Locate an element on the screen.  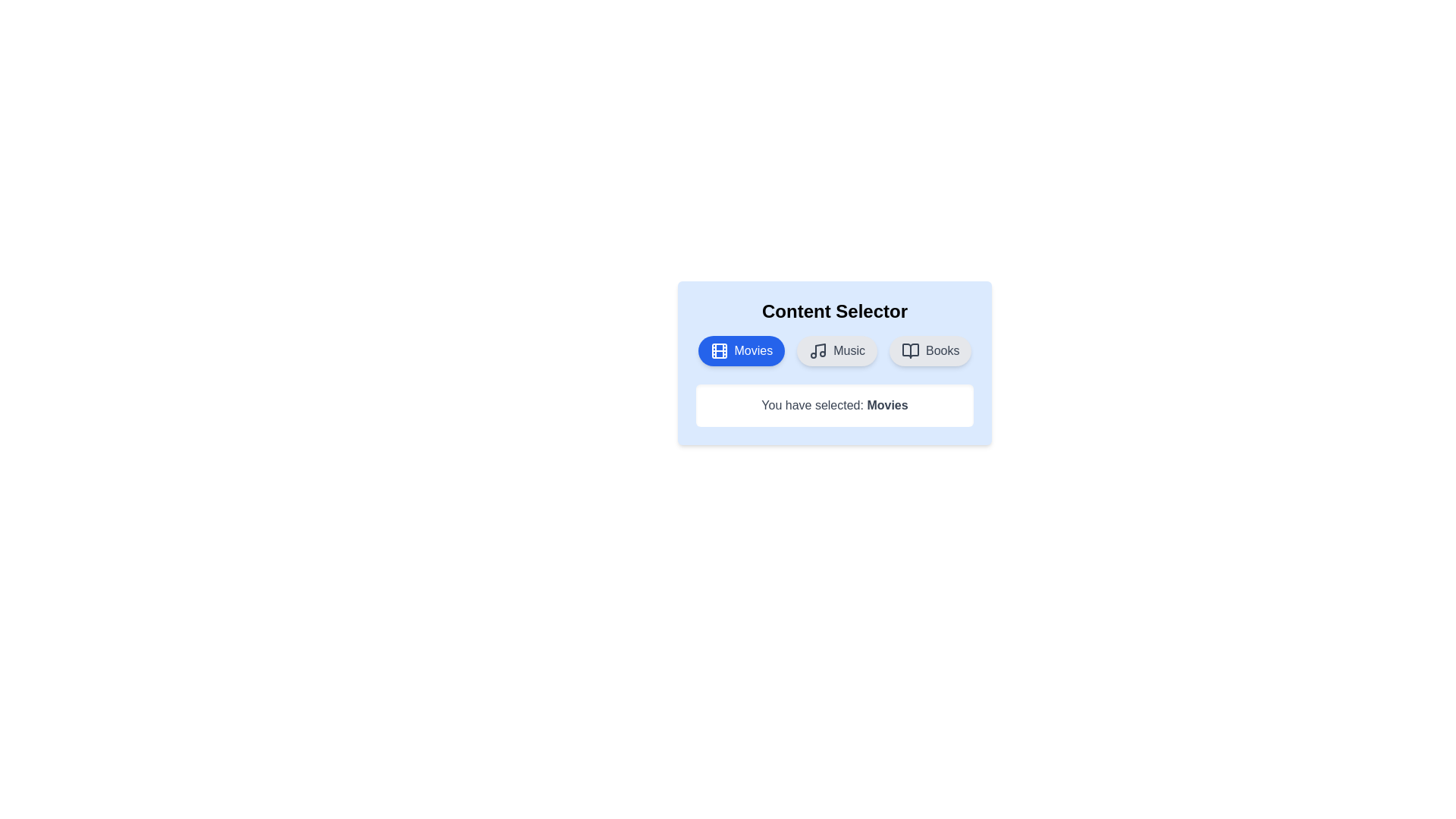
the button labeled Books to select the corresponding content section is located at coordinates (930, 350).